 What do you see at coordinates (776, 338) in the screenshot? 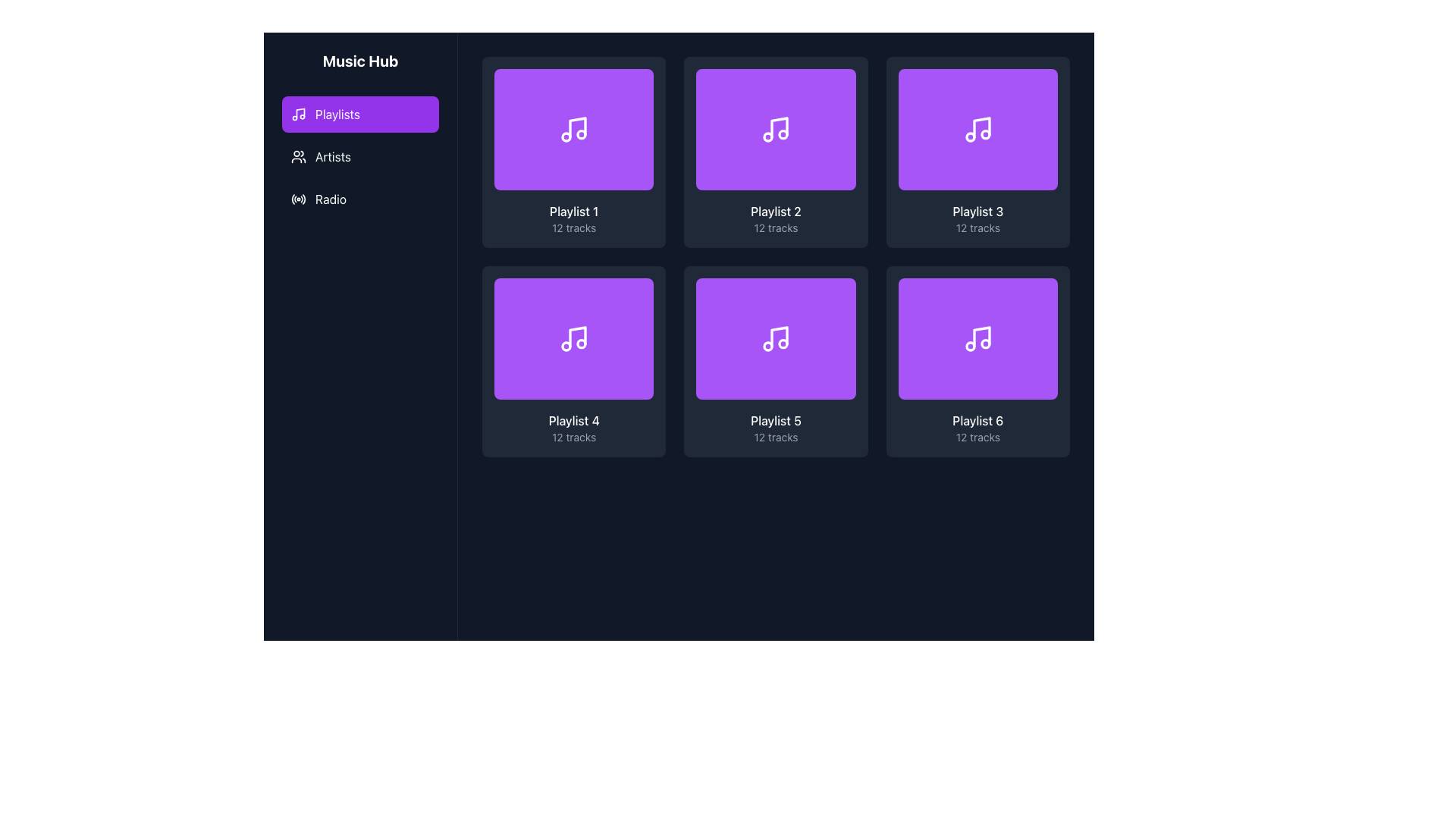
I see `the SVG music note icon located` at bounding box center [776, 338].